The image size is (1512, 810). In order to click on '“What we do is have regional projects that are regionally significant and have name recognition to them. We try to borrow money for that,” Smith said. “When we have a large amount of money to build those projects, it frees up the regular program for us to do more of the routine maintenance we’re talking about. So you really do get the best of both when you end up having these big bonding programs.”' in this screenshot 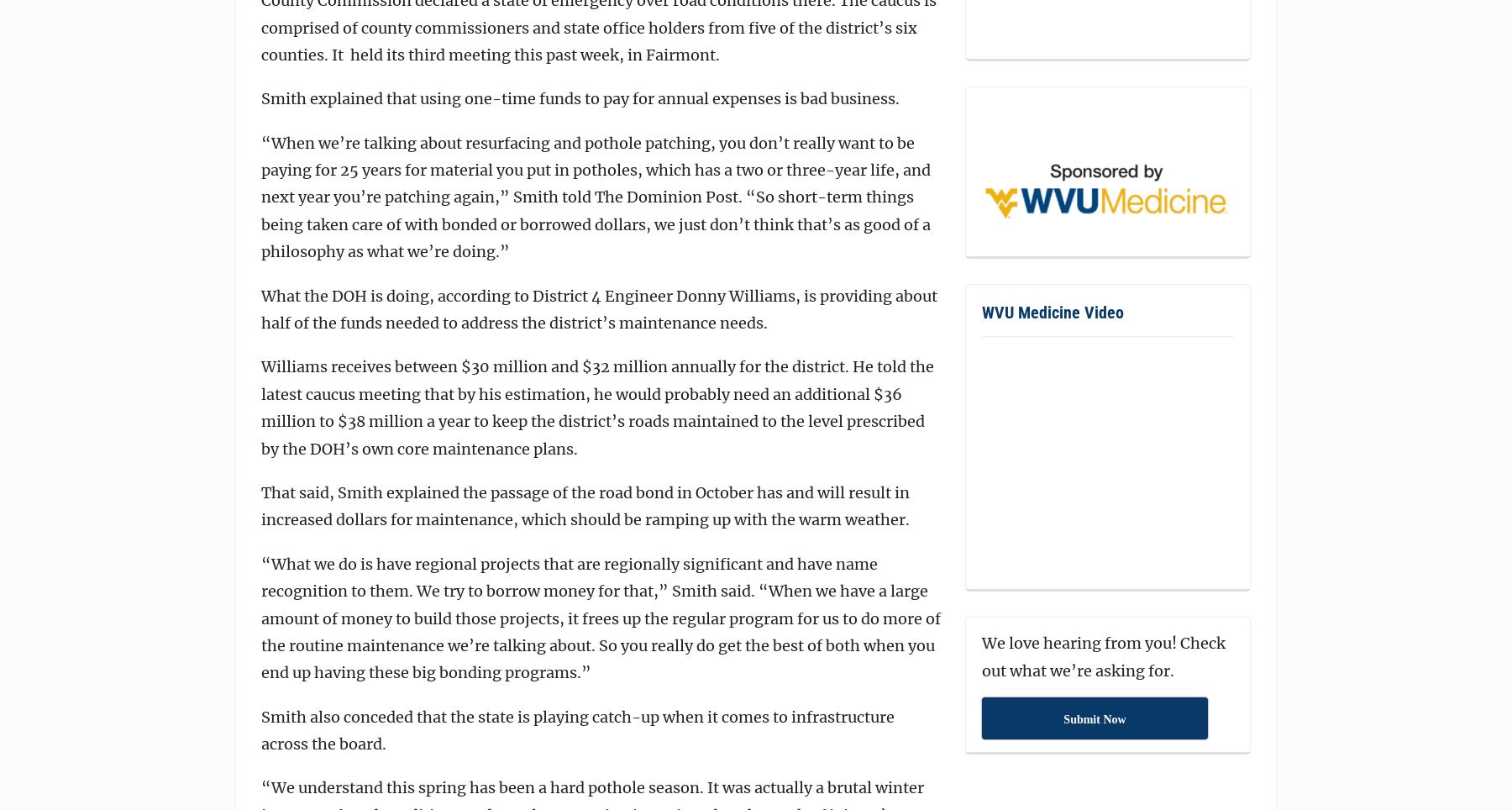, I will do `click(600, 617)`.